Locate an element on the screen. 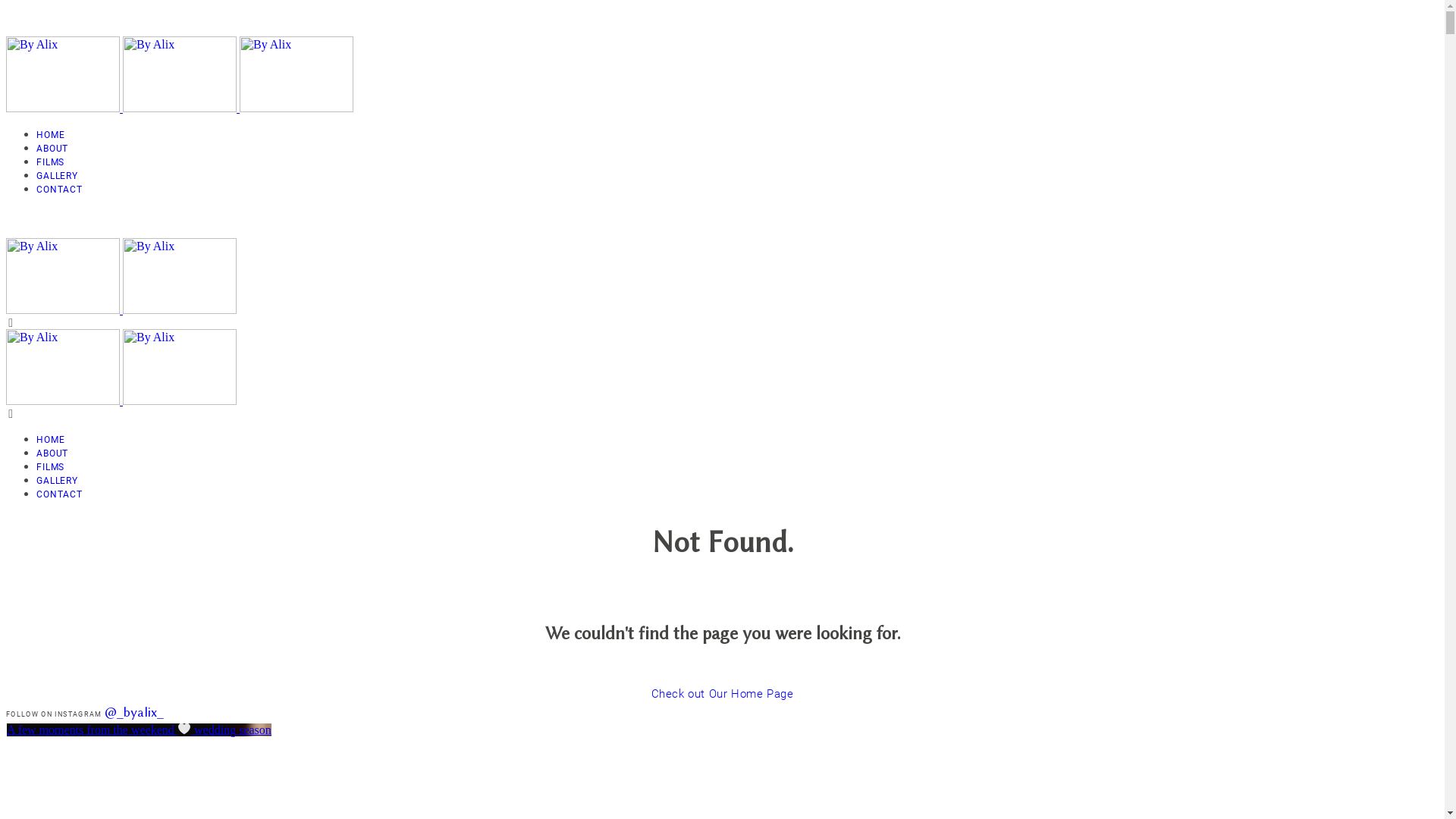 Image resolution: width=1456 pixels, height=819 pixels. 'GALLERY' is located at coordinates (57, 174).